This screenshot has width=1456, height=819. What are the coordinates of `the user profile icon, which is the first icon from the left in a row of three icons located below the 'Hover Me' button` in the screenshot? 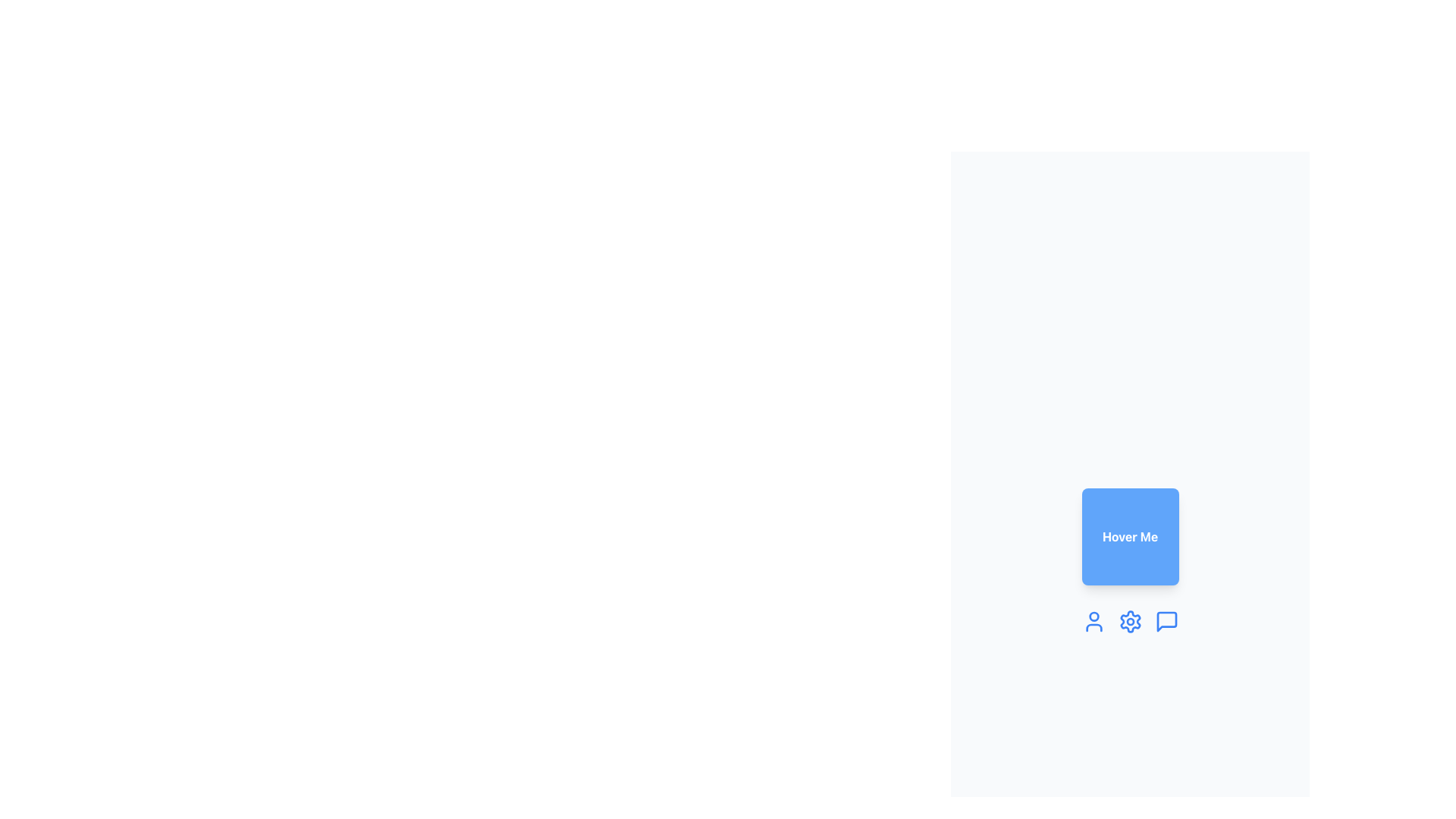 It's located at (1094, 622).